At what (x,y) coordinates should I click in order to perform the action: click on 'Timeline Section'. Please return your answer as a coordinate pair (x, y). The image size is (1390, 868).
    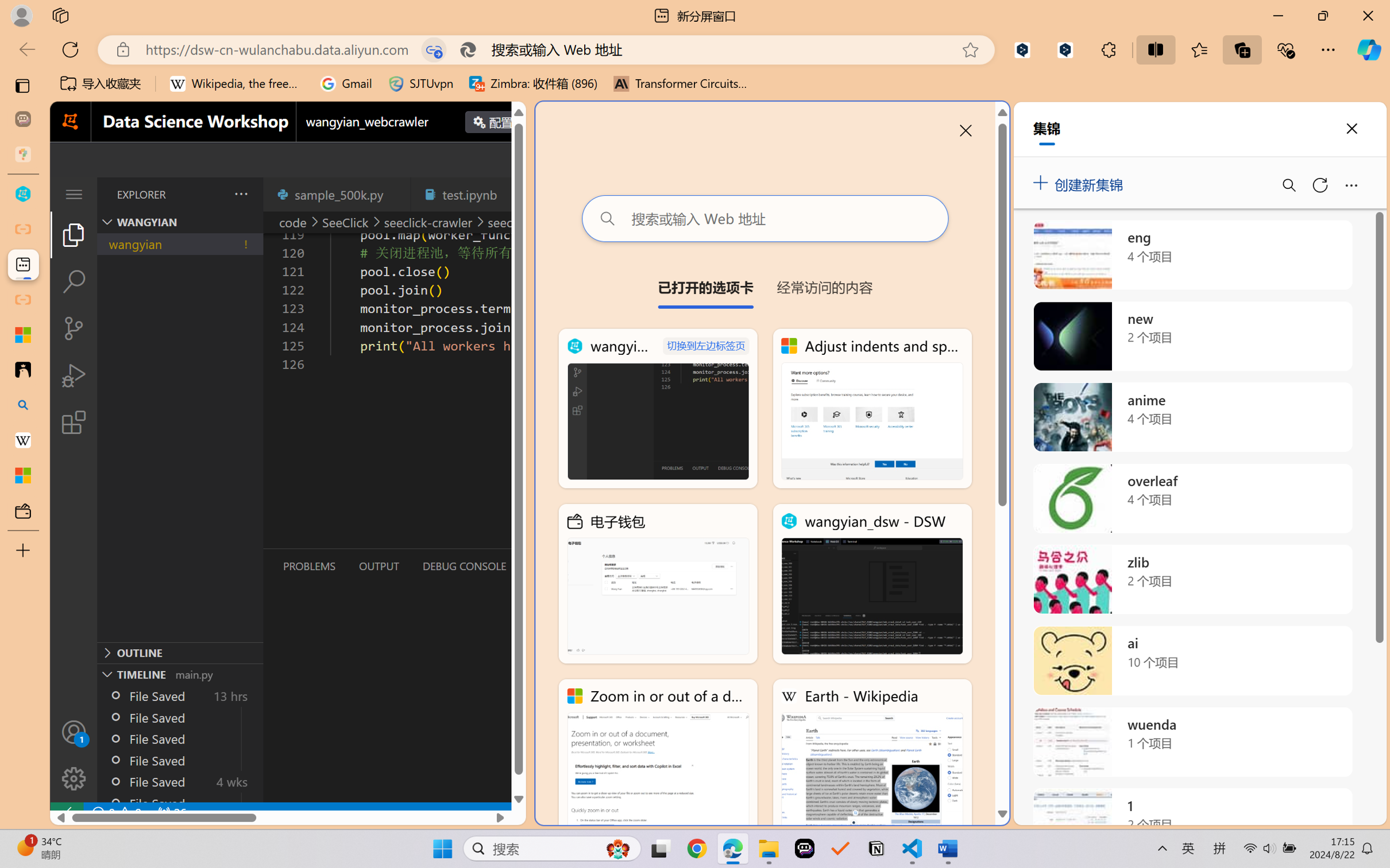
    Looking at the image, I should click on (180, 674).